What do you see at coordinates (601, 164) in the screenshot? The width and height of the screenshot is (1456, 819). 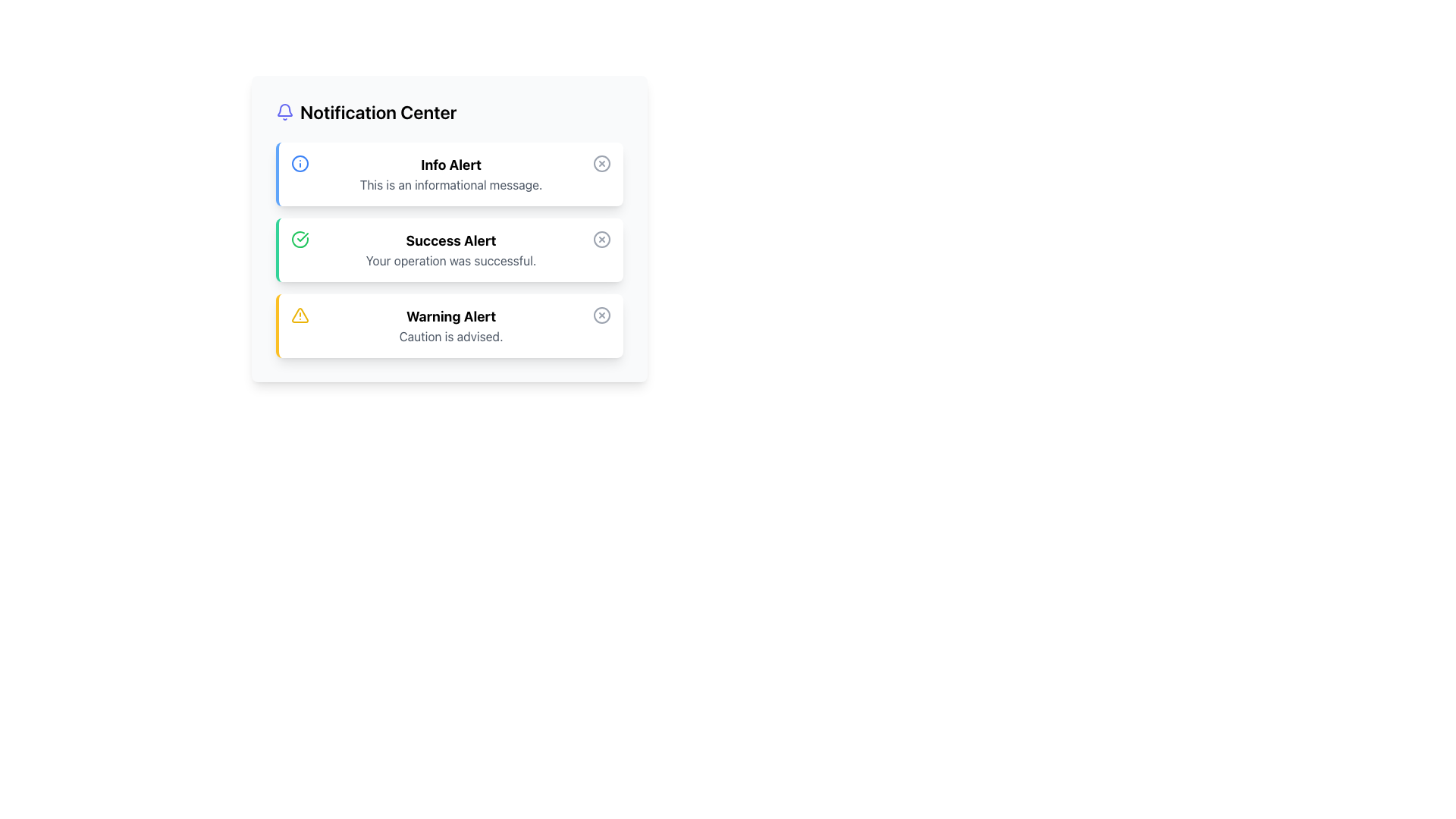 I see `the circular UI decorative element located at the top-right corner of the 'Info Alert' notification item, which resembles a close button` at bounding box center [601, 164].